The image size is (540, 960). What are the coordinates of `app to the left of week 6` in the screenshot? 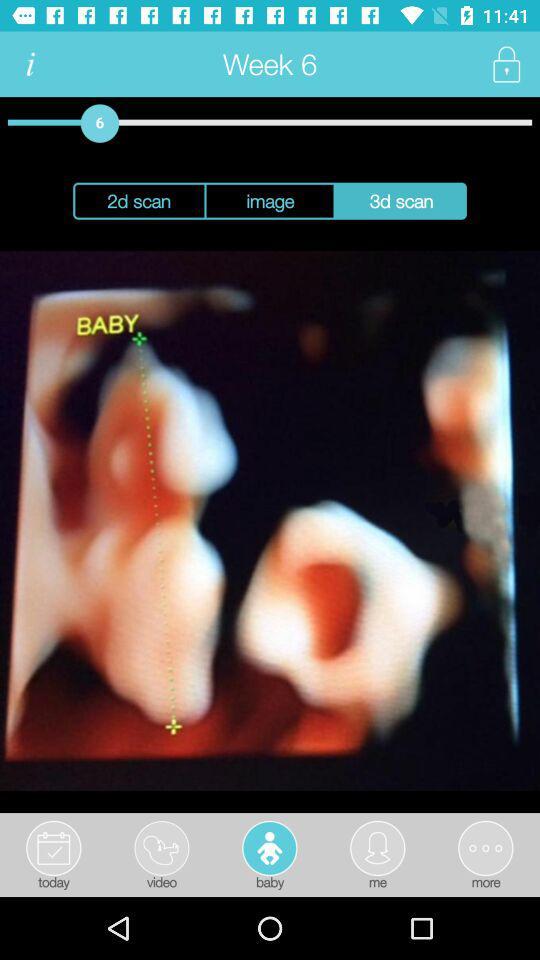 It's located at (29, 64).